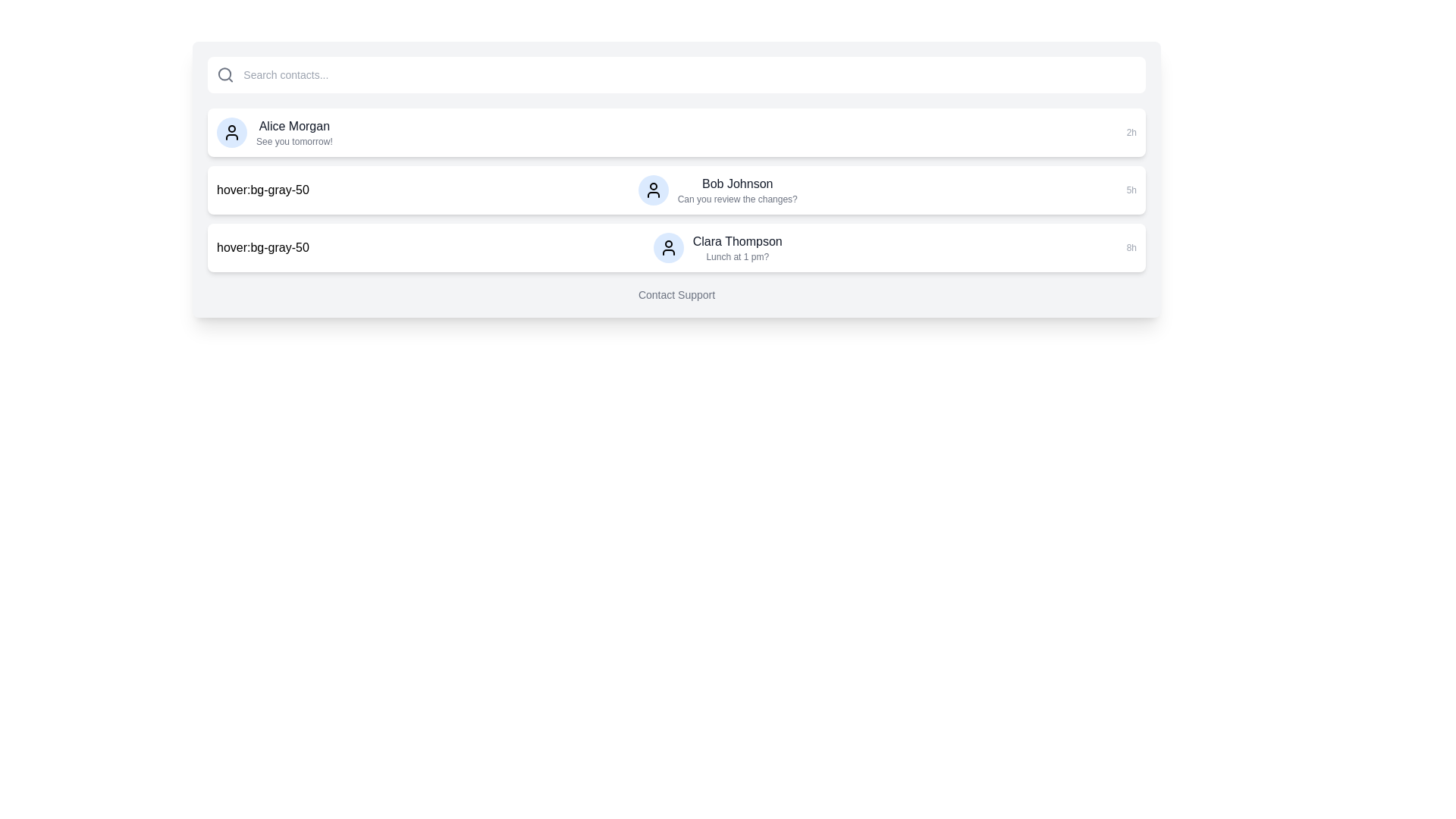 The image size is (1456, 819). I want to click on text label displaying '5h' which indicates the elapsed time information in the second row of the list view aligned with 'Bob Johnson' and 'Can you review the changes?', so click(1131, 189).